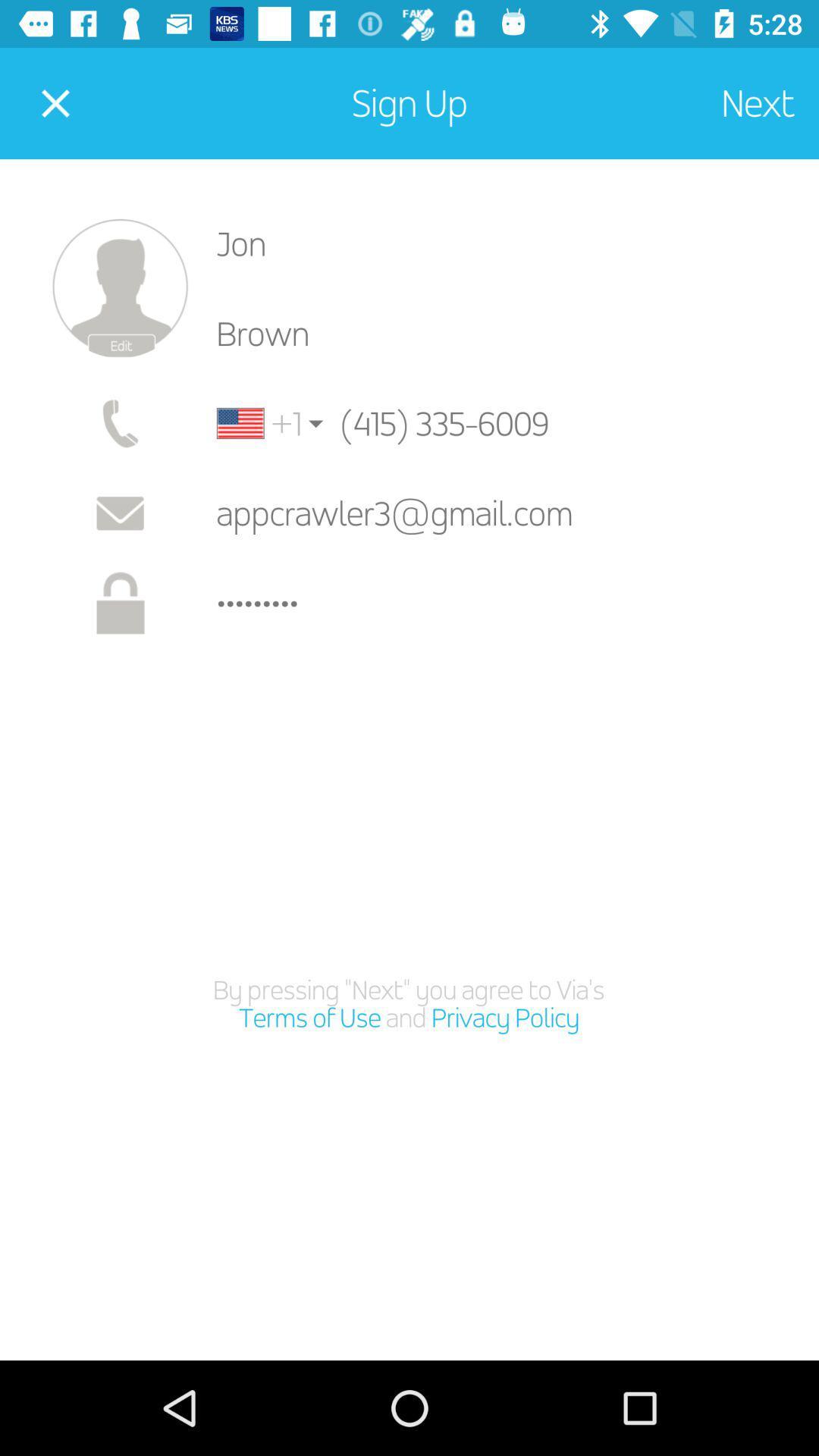  What do you see at coordinates (55, 102) in the screenshot?
I see `item next to sign up icon` at bounding box center [55, 102].